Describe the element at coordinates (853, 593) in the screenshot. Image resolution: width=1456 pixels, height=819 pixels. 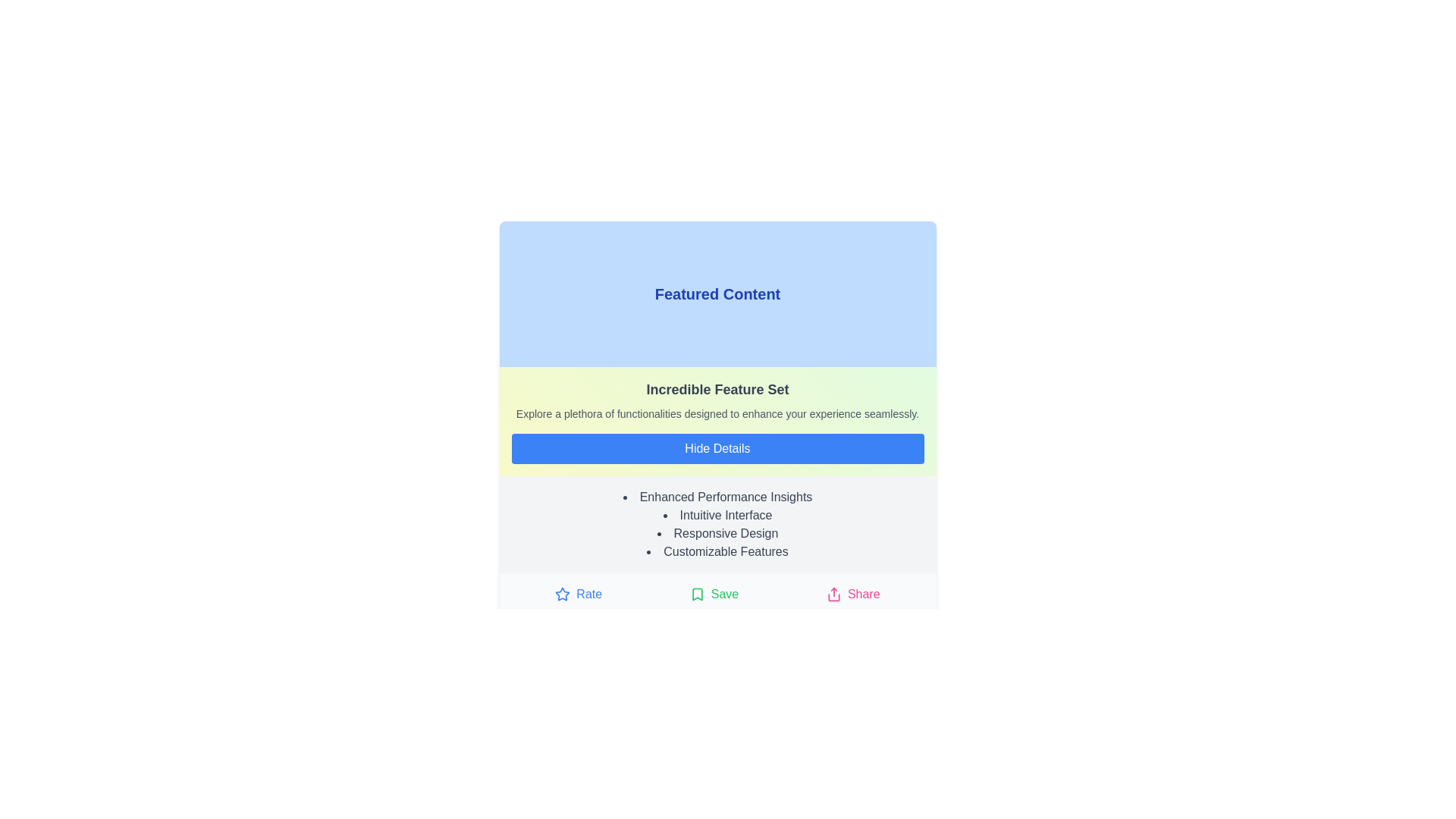
I see `the 'Share' button located at the bottom-right corner of the interface` at that location.